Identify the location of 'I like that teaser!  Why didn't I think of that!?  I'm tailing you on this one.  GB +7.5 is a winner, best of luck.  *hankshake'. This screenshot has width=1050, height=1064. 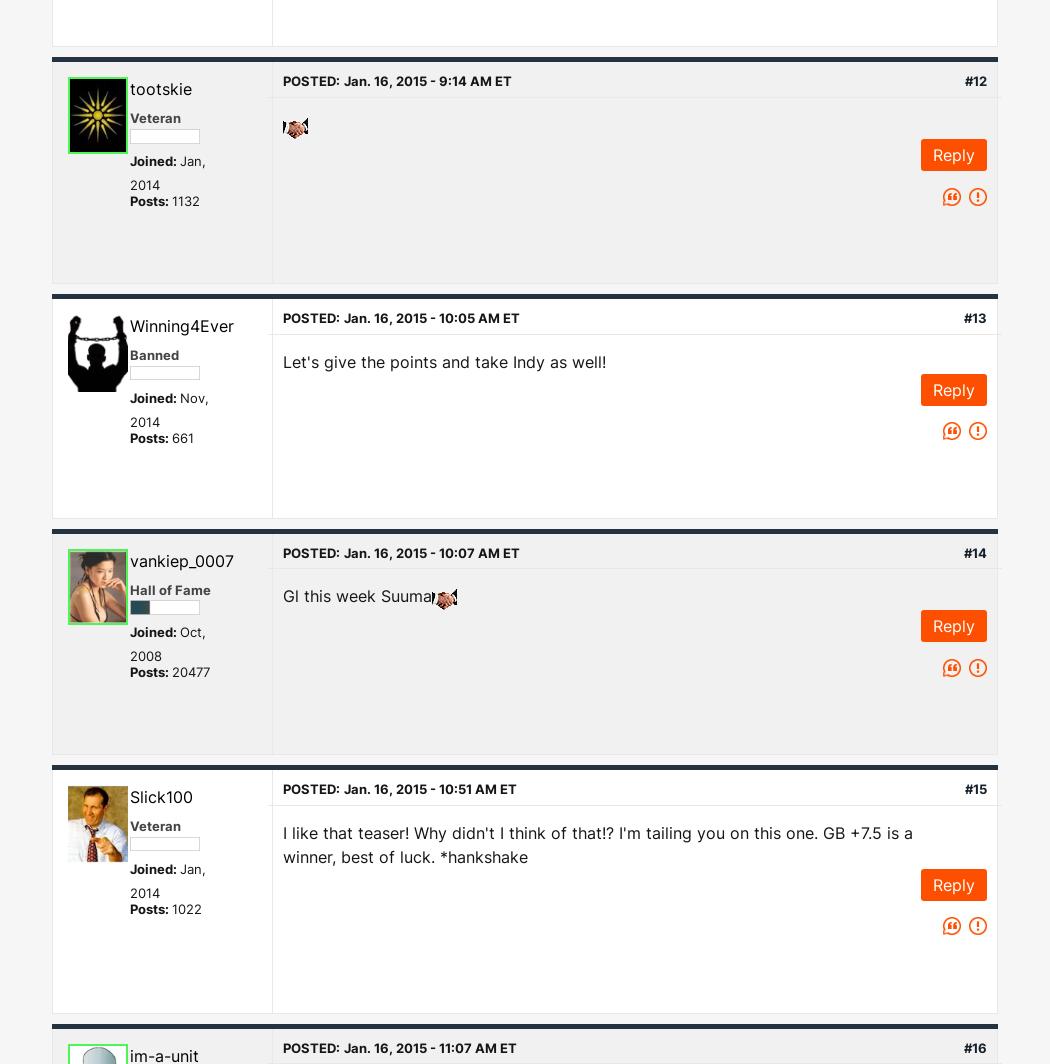
(596, 843).